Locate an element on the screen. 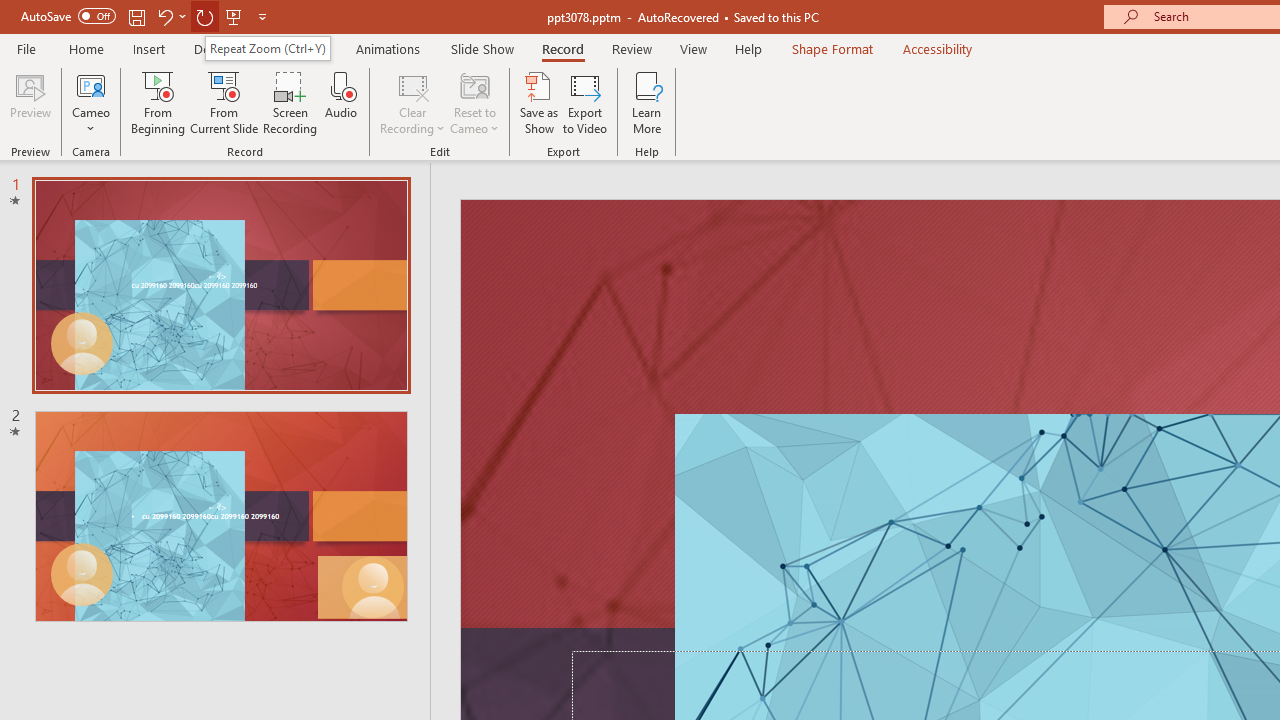 The height and width of the screenshot is (720, 1280). 'Reset to Cameo' is located at coordinates (473, 103).